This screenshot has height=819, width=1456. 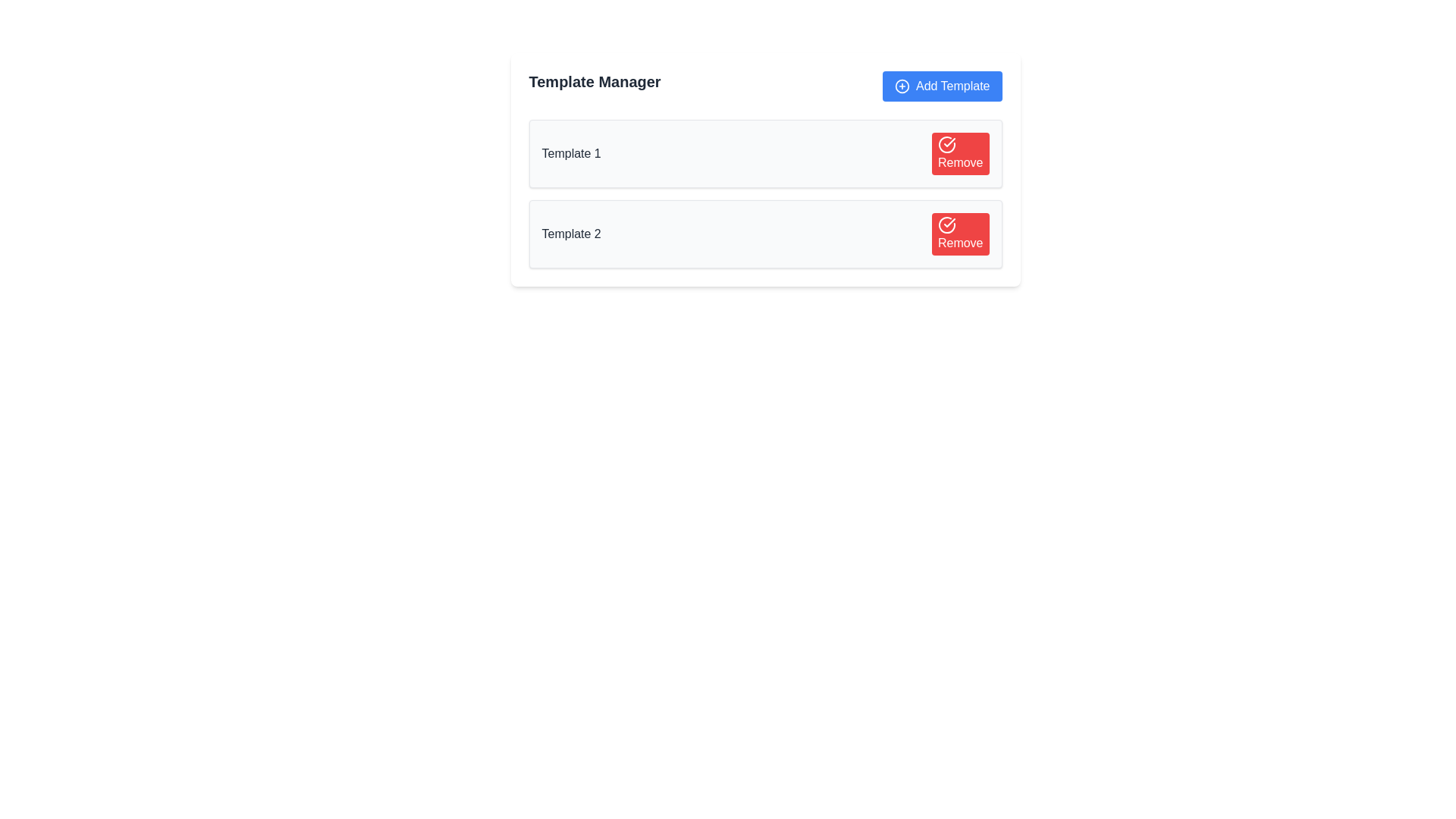 What do you see at coordinates (902, 86) in the screenshot?
I see `the circle-plus shaped icon located to the left of the 'Add Template' button, which visually indicates the action of adding new templates` at bounding box center [902, 86].